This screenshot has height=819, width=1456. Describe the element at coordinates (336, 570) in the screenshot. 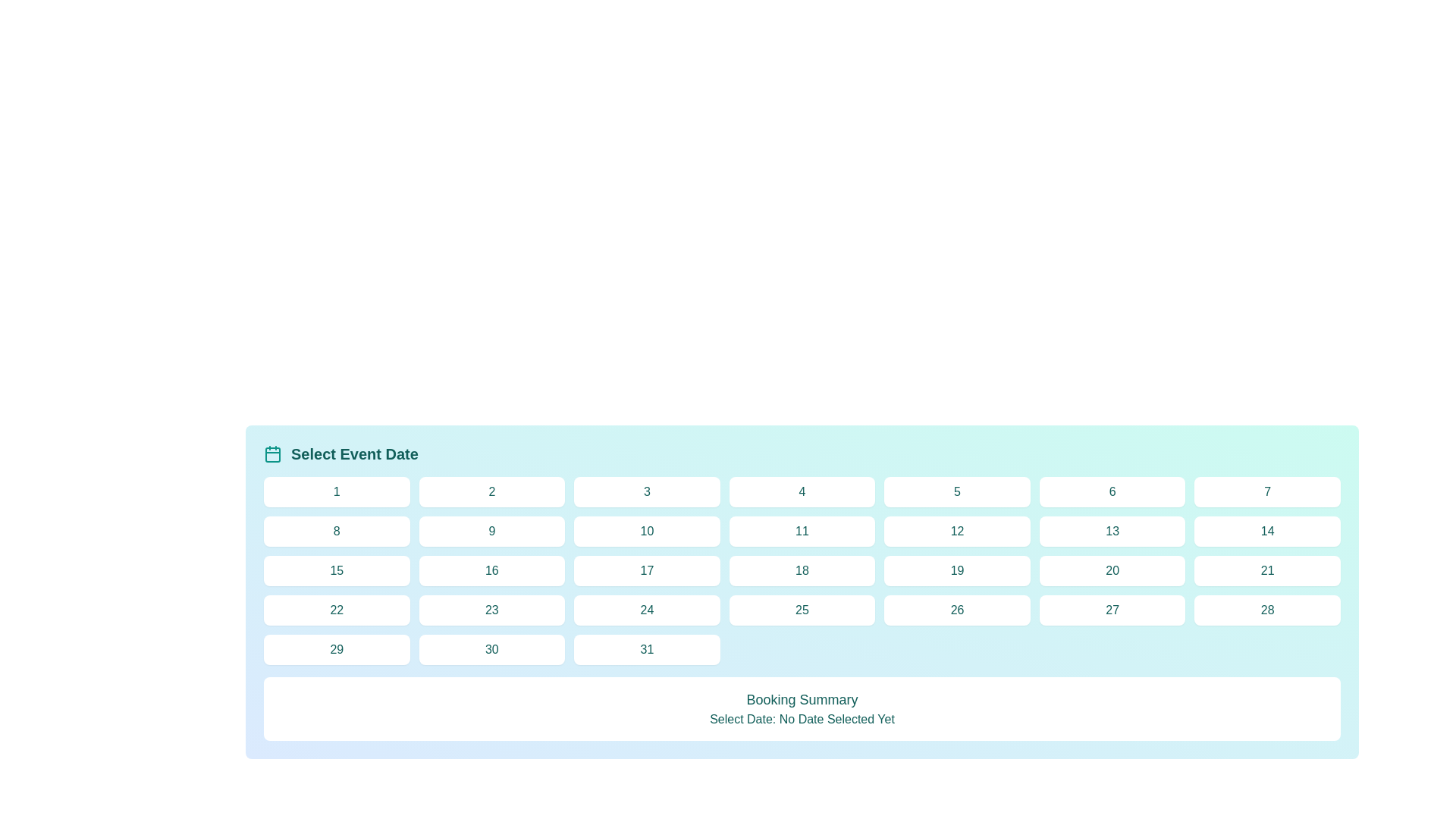

I see `the rectangular button with rounded corners, filled with a white background and shadow effect, containing the text '15' in teal color, located in the calendar grid layout, fourth row's first column` at that location.